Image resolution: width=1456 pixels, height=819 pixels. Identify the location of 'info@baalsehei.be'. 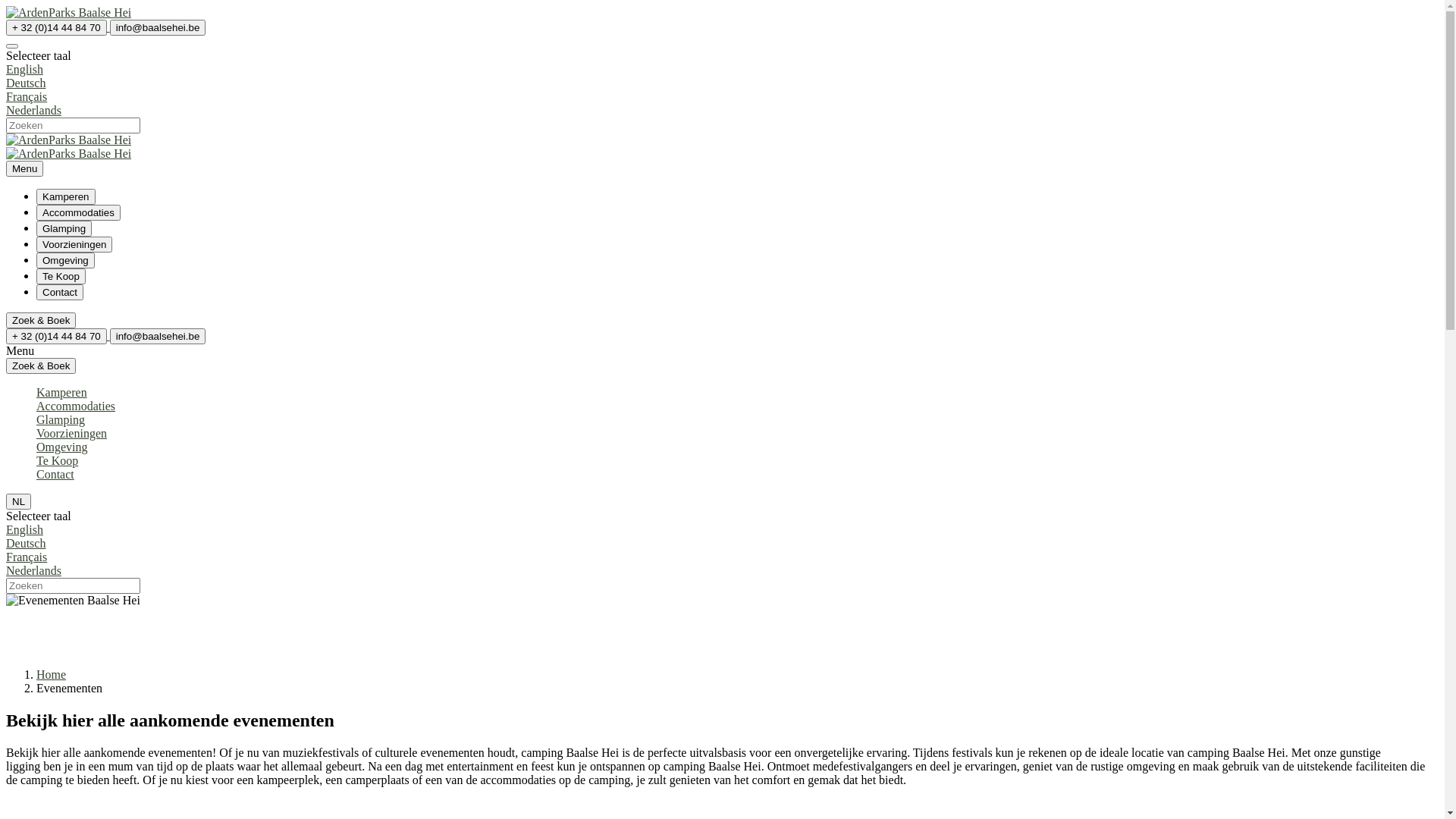
(158, 335).